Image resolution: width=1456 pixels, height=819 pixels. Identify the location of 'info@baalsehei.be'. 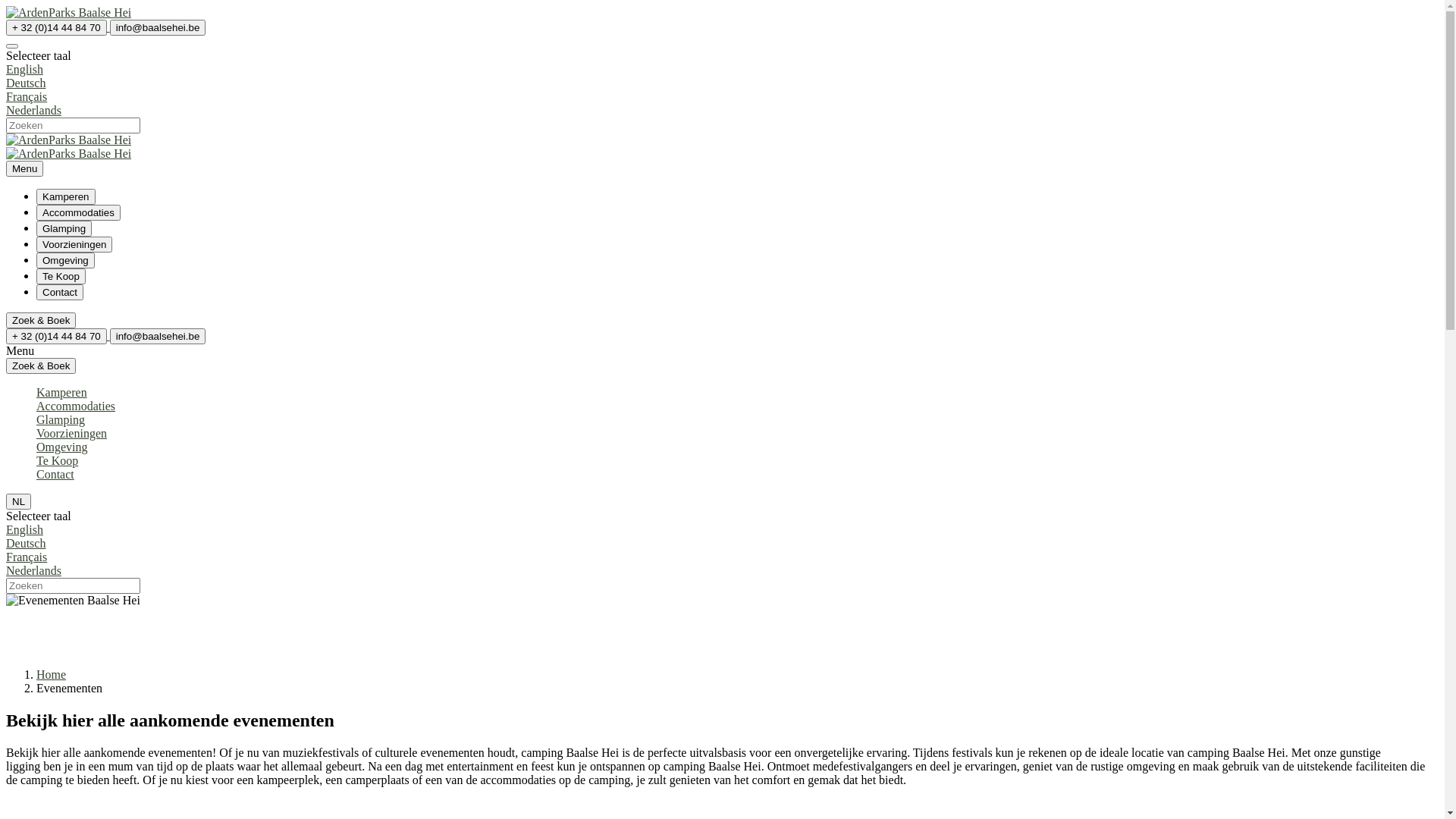
(158, 335).